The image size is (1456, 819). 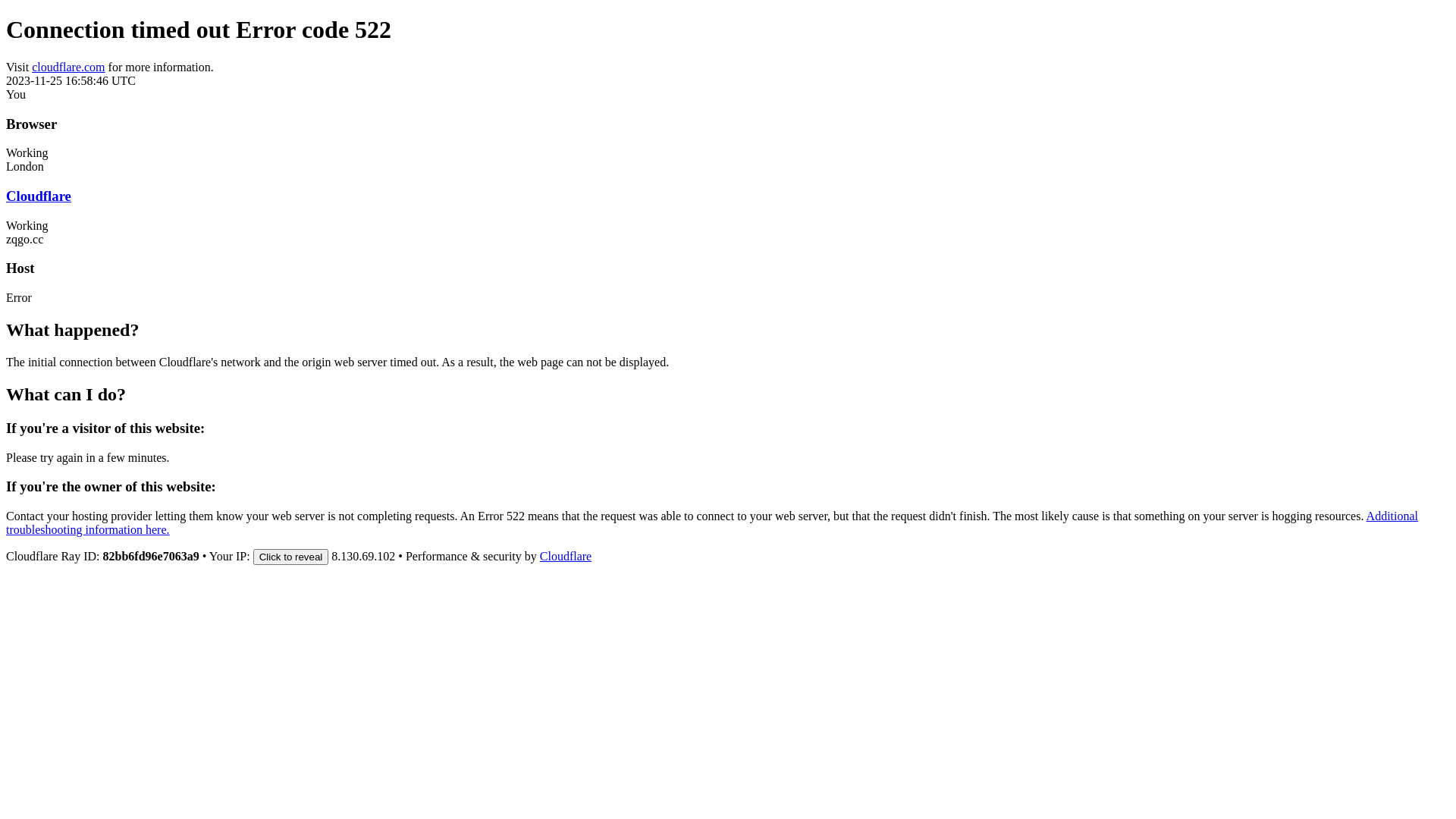 I want to click on 'Cloudflare', so click(x=39, y=195).